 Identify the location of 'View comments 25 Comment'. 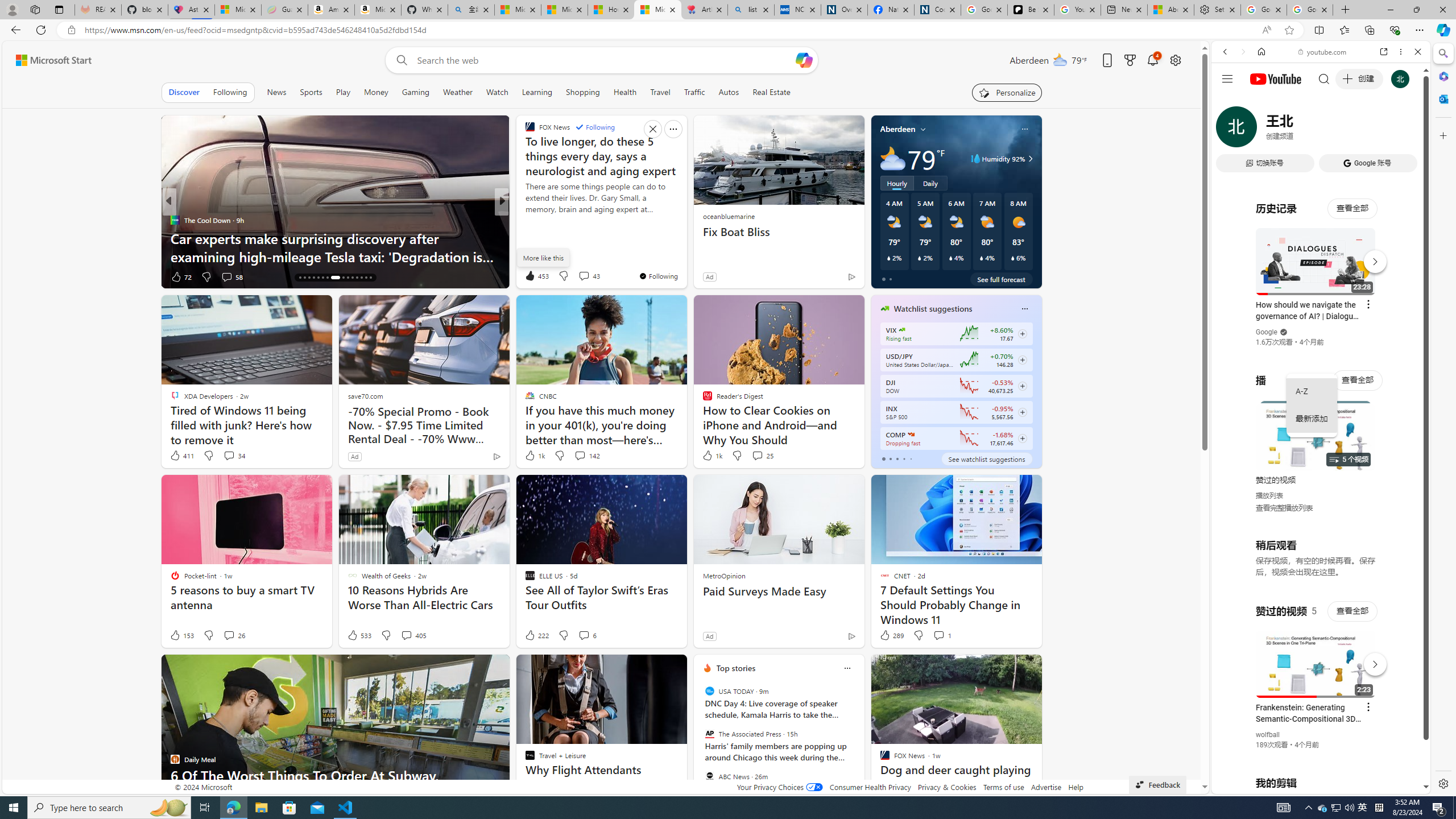
(762, 455).